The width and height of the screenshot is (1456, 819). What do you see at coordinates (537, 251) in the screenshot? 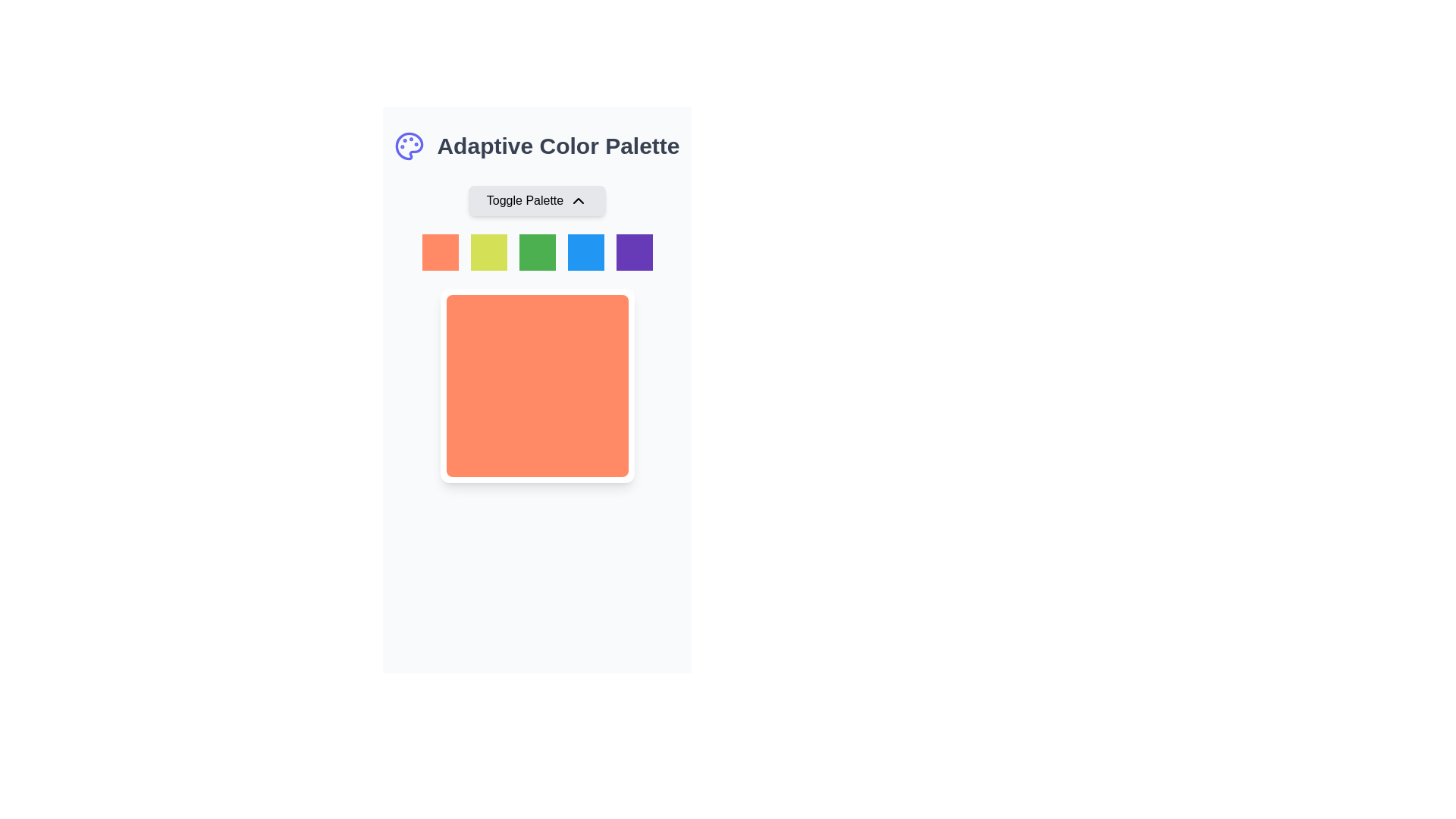
I see `the third color swatch in the row of five squares beneath the 'Toggle Palette' button` at bounding box center [537, 251].